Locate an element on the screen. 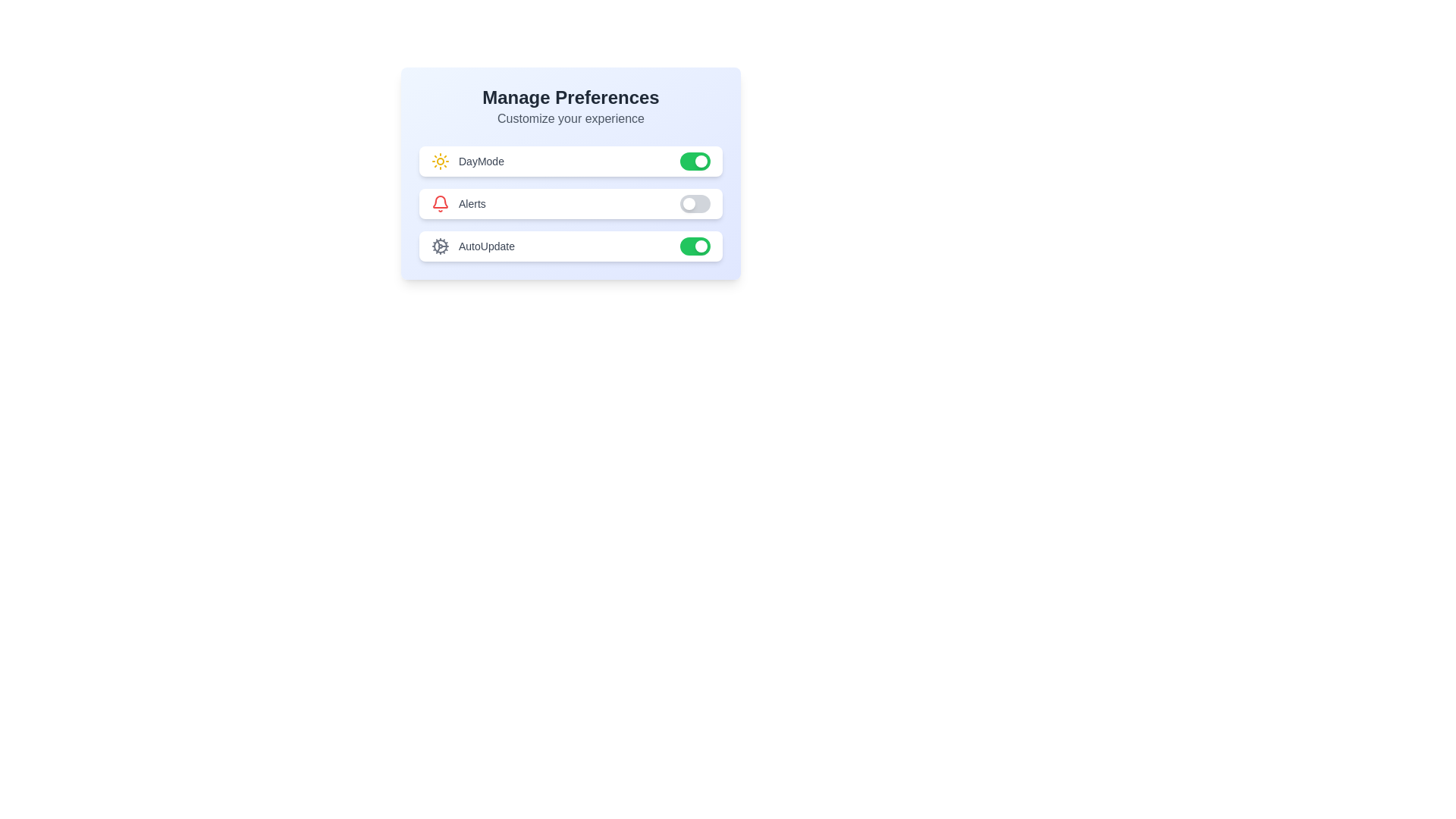 The width and height of the screenshot is (1456, 819). the gear cog icon representing settings, which is visually aligned to the left of the 'AutoUpdate' text is located at coordinates (439, 245).